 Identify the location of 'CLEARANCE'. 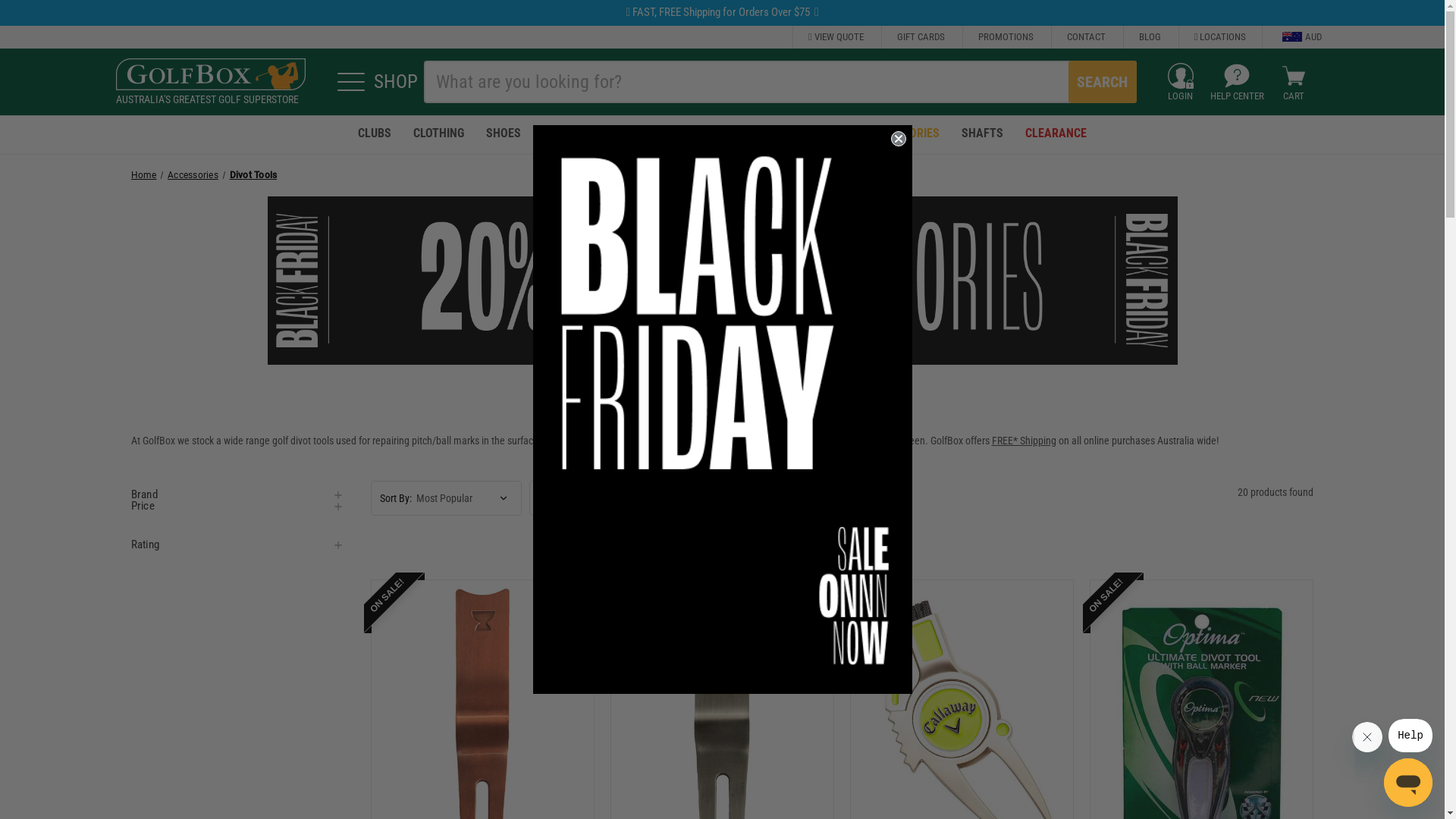
(1015, 133).